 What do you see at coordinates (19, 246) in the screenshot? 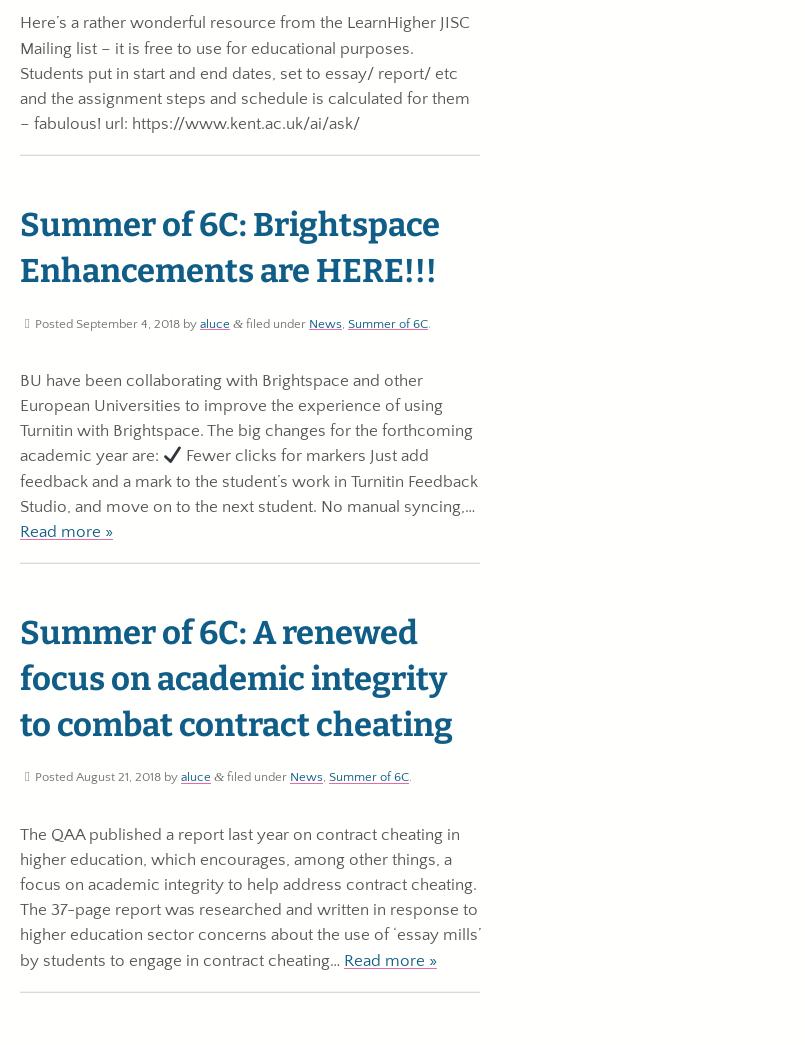
I see `'Summer of 6C: Brightspace Enhancements are HERE!!!'` at bounding box center [19, 246].